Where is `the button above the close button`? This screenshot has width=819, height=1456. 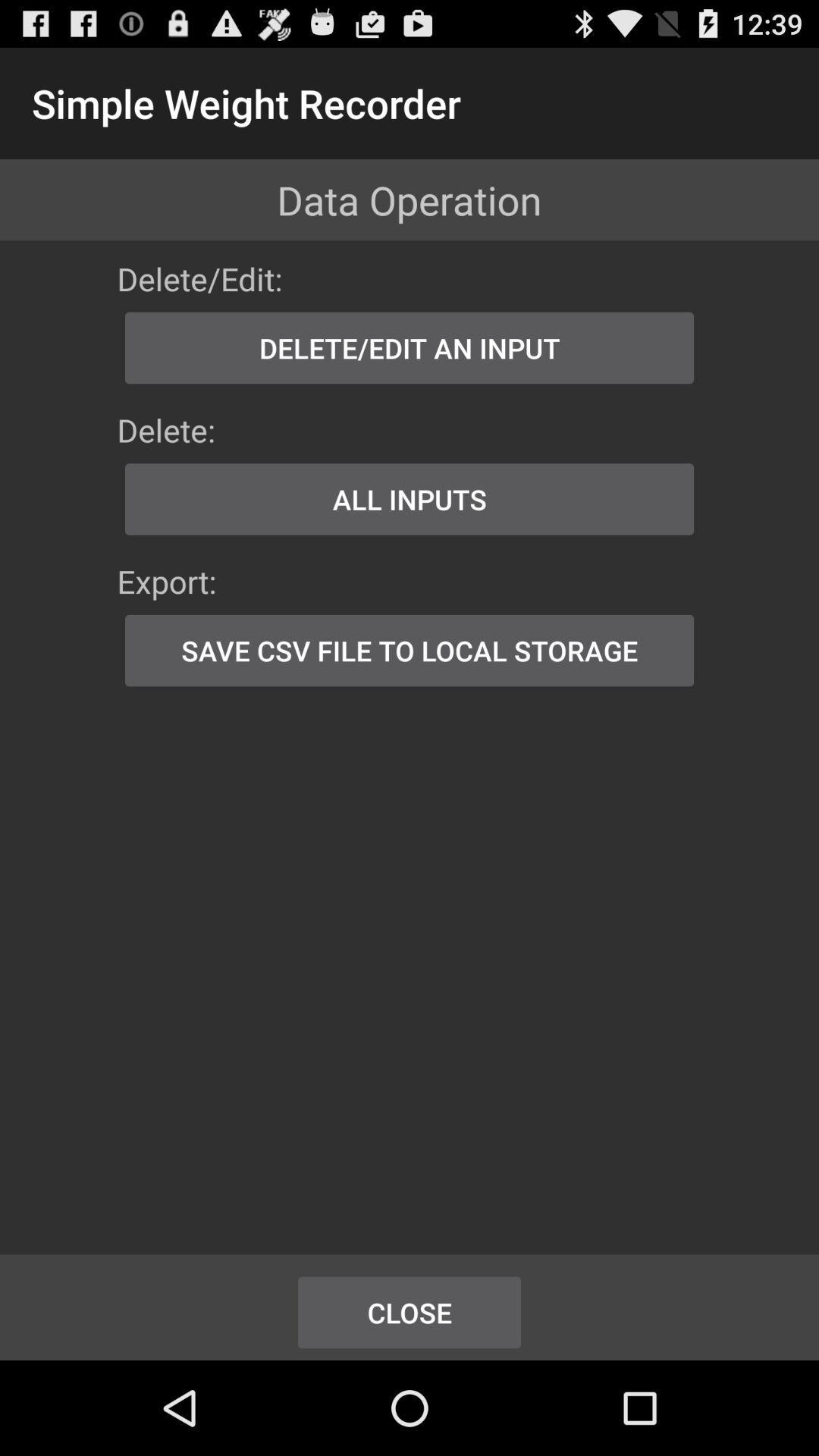
the button above the close button is located at coordinates (409, 651).